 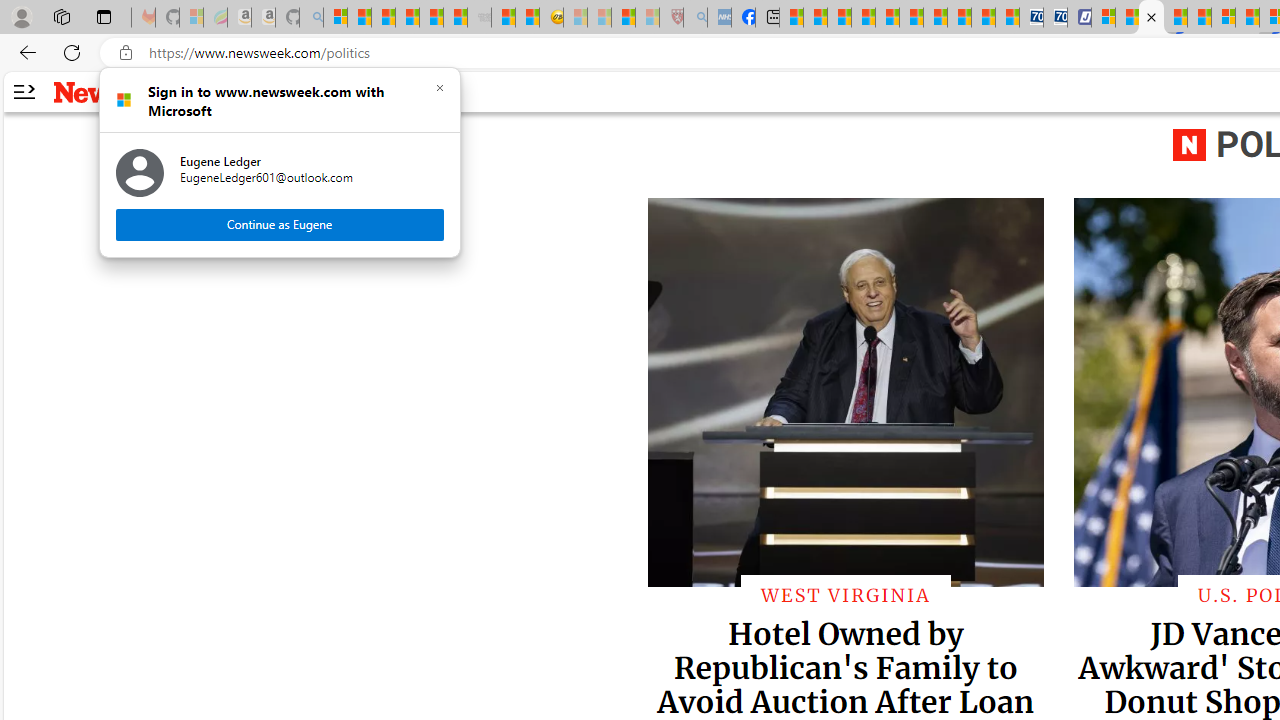 I want to click on 'Combat Siege - Sleeping', so click(x=480, y=17).